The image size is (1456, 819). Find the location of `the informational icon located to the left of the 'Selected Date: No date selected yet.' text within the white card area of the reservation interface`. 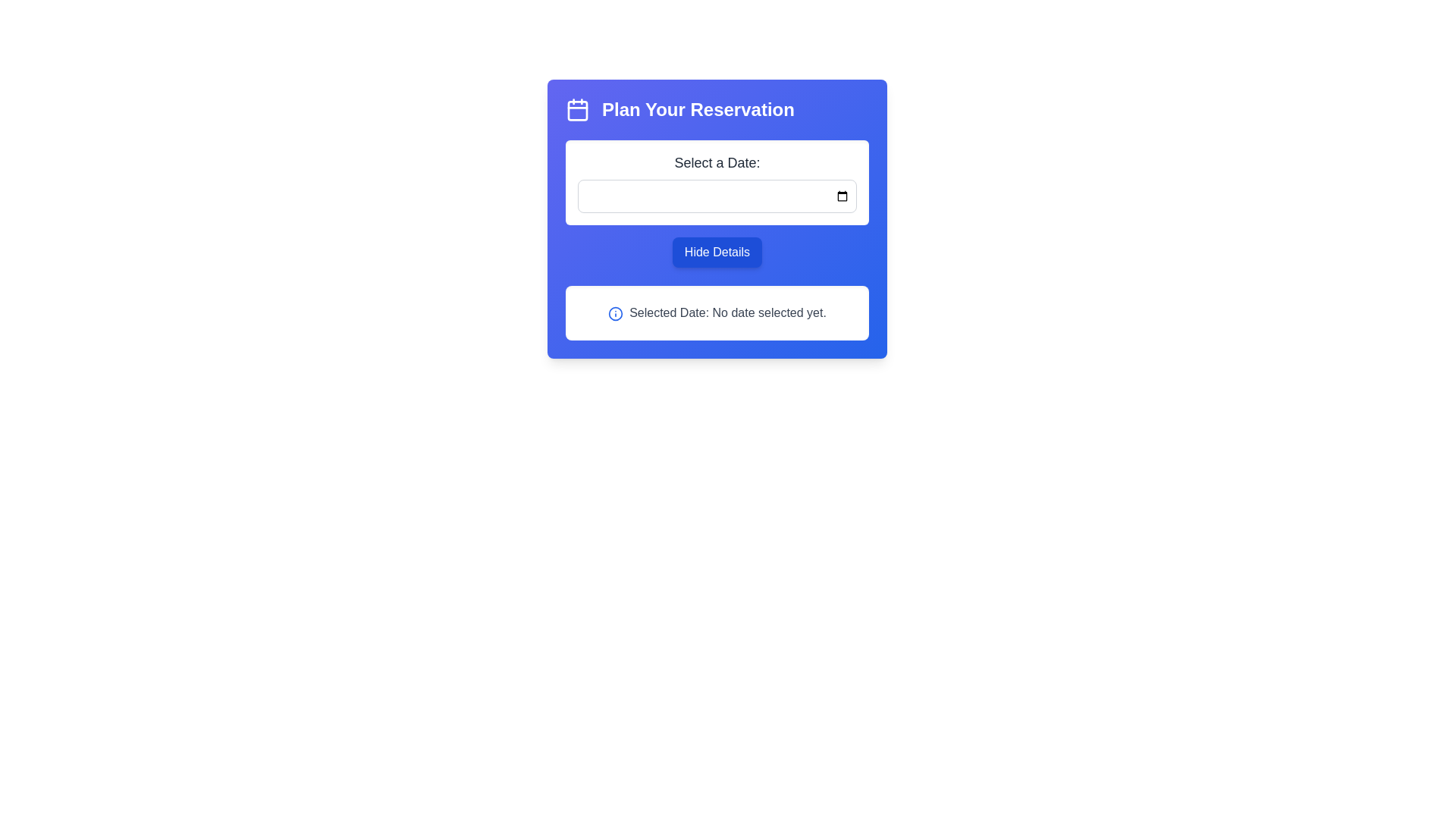

the informational icon located to the left of the 'Selected Date: No date selected yet.' text within the white card area of the reservation interface is located at coordinates (616, 312).